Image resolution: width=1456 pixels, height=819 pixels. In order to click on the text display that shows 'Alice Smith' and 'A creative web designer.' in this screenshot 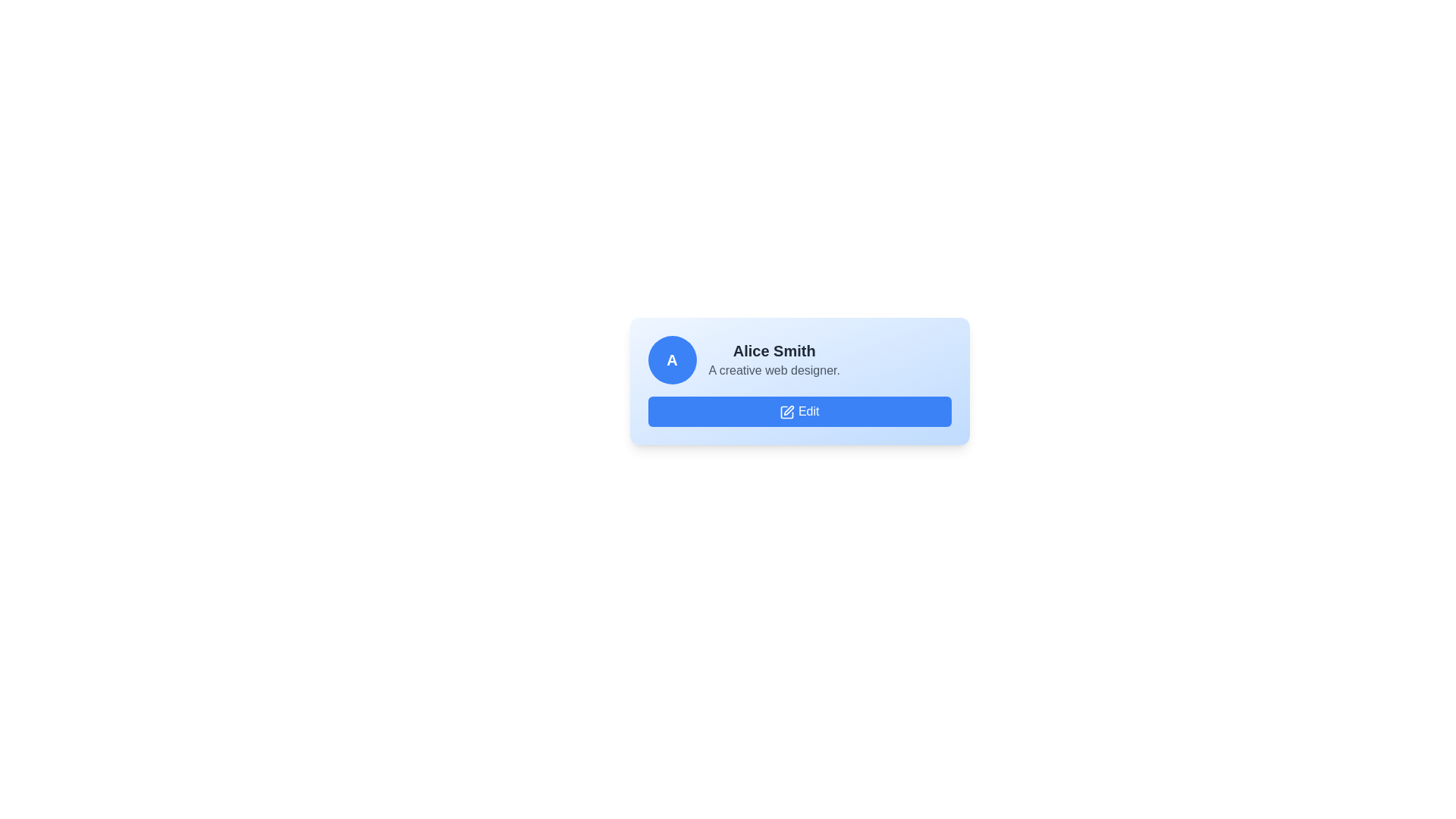, I will do `click(774, 359)`.